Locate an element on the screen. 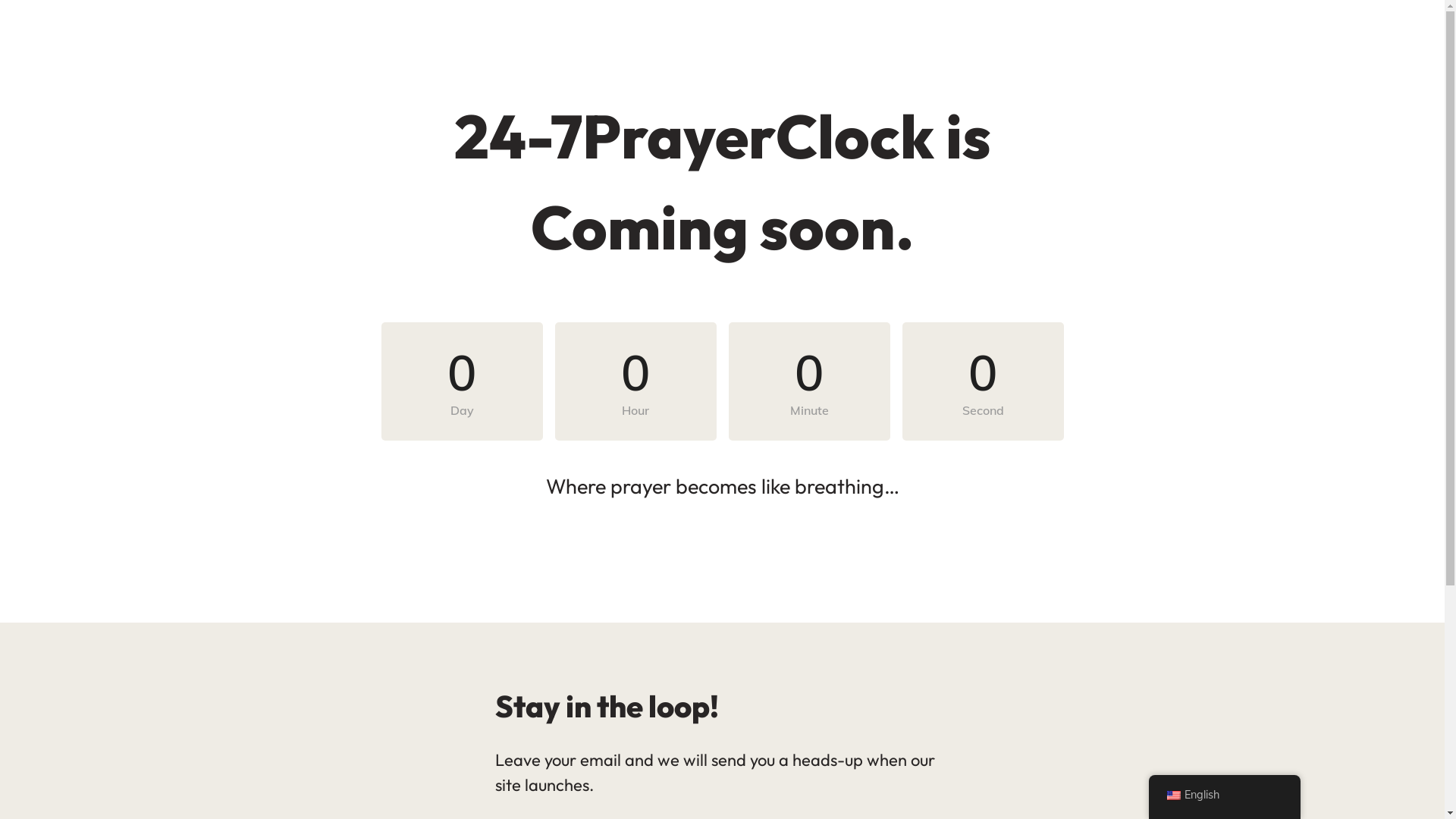 This screenshot has width=1456, height=819. 'English' is located at coordinates (1172, 795).